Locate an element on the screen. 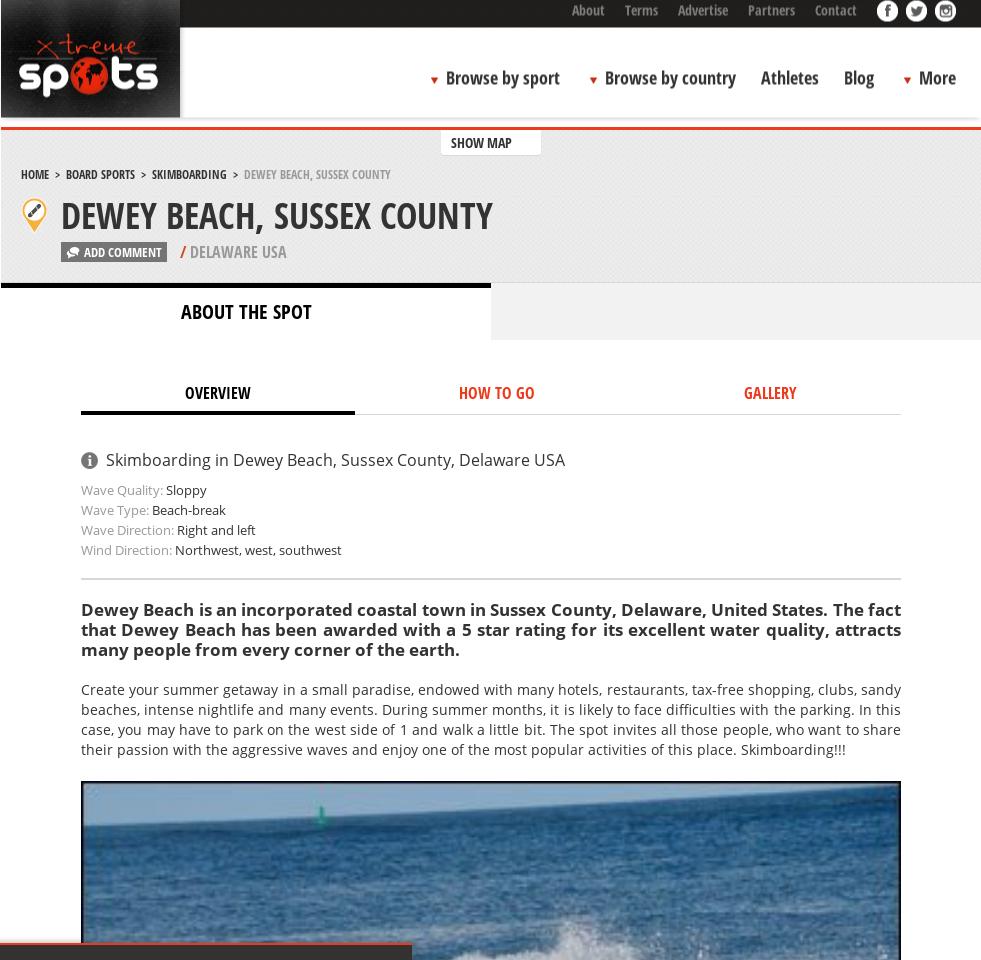 The height and width of the screenshot is (960, 981). 'HOW TO GO' is located at coordinates (496, 390).